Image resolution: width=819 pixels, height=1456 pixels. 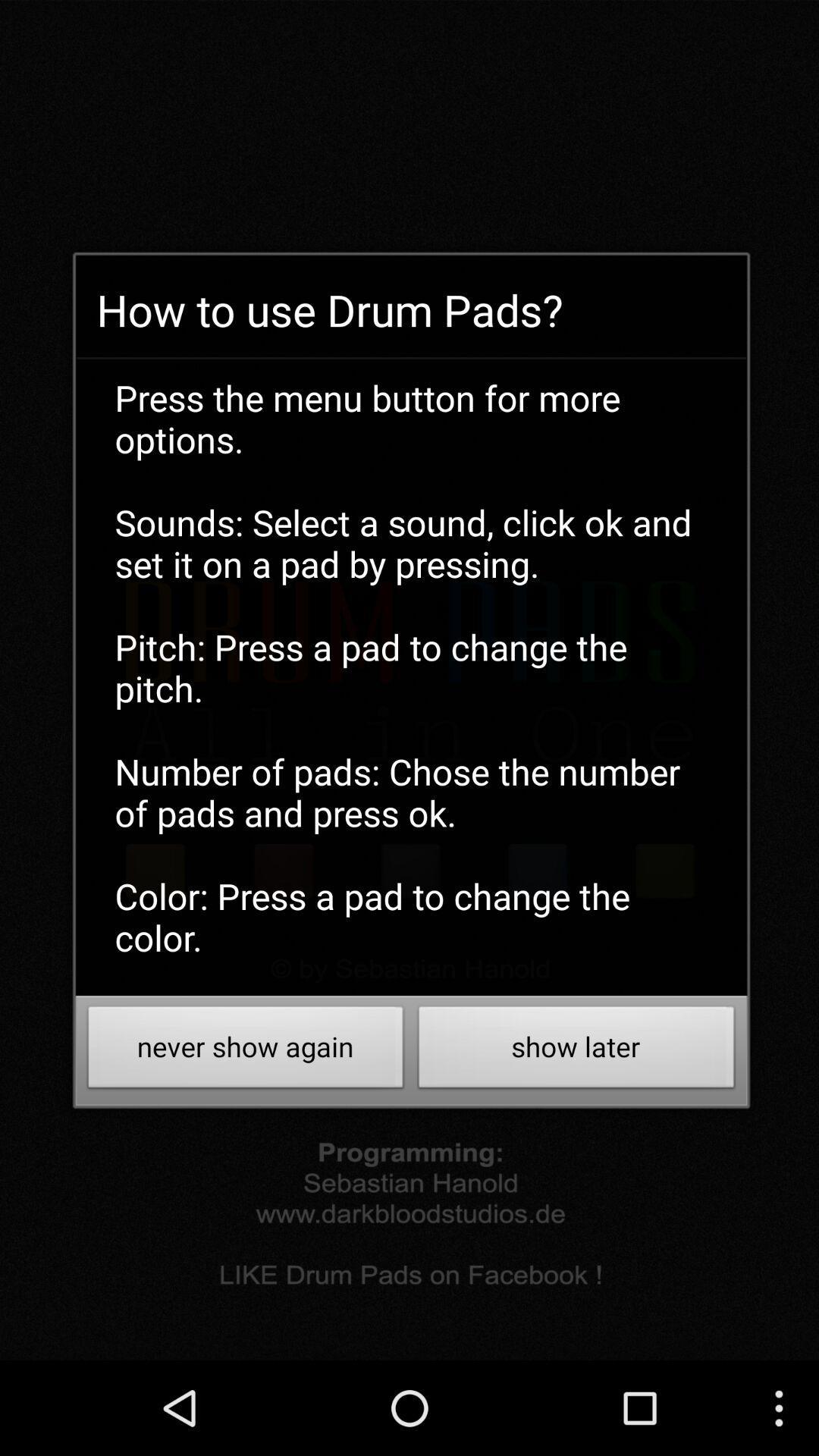 What do you see at coordinates (576, 1050) in the screenshot?
I see `app below press the menu` at bounding box center [576, 1050].